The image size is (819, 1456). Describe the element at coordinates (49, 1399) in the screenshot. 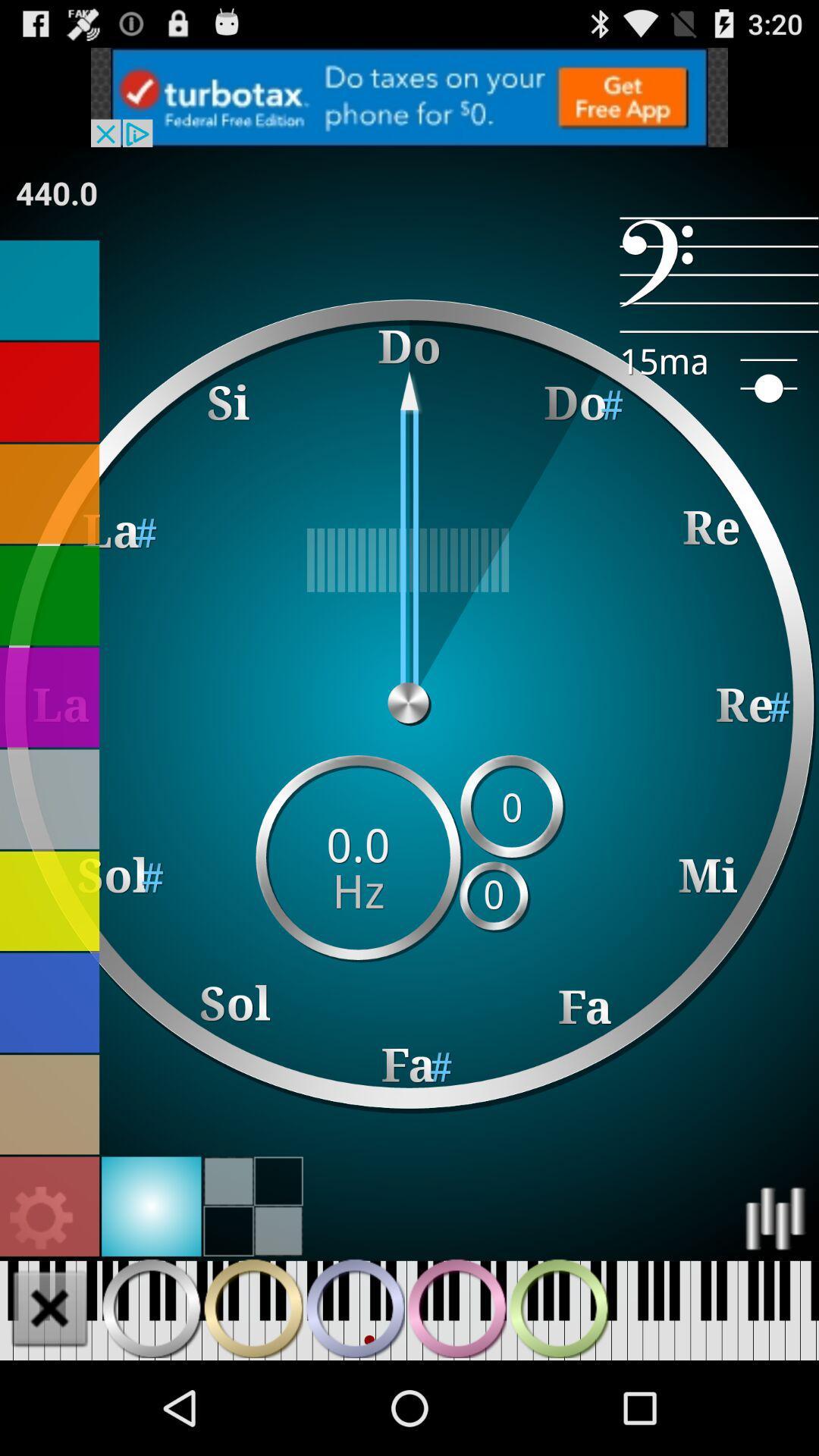

I see `the close icon` at that location.